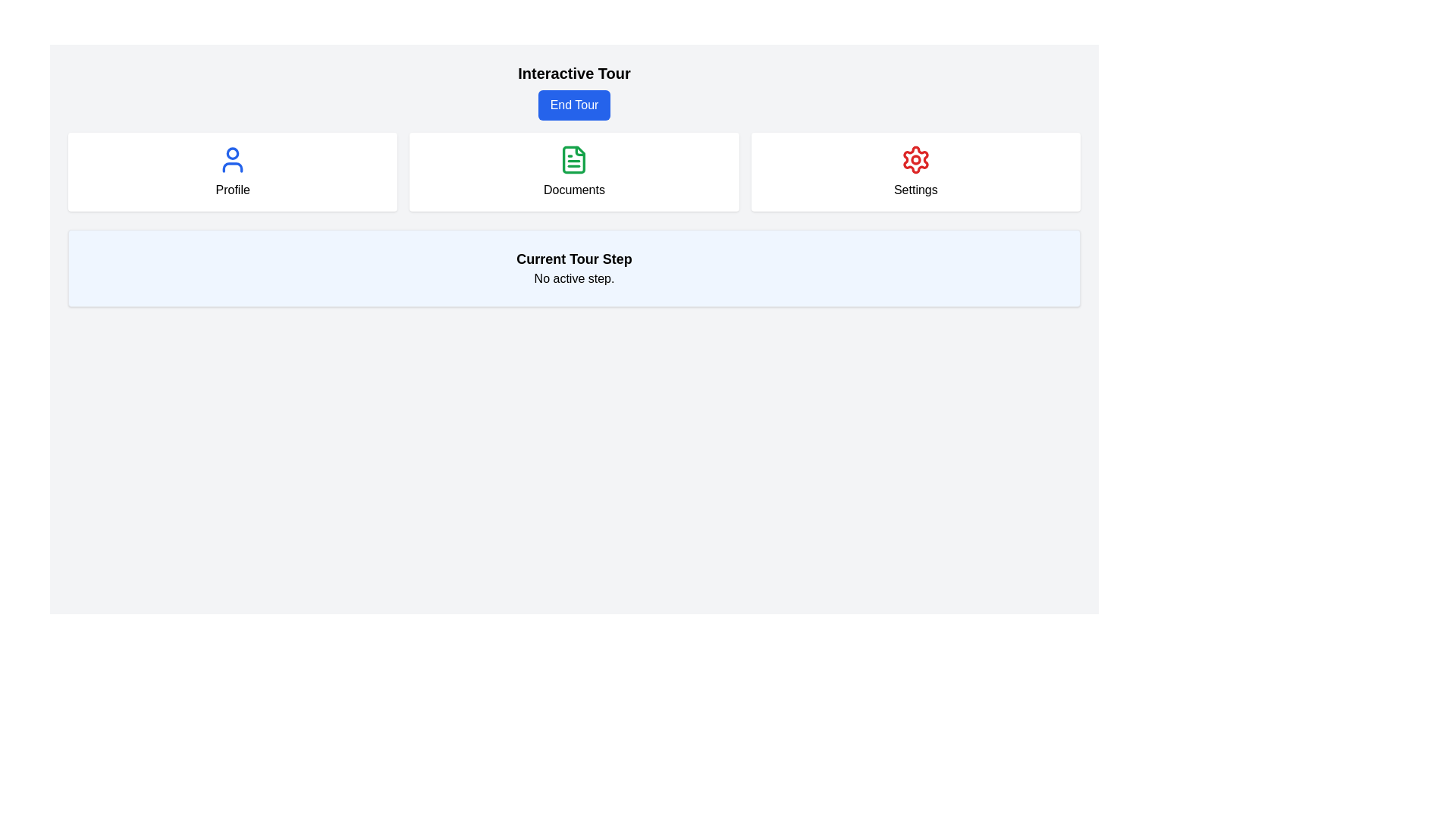  Describe the element at coordinates (573, 104) in the screenshot. I see `the 'End Tour' button, which is a rectangular button with rounded corners, blue background, and white text, located centrally near the top of the interface below 'Interactive Tour'` at that location.